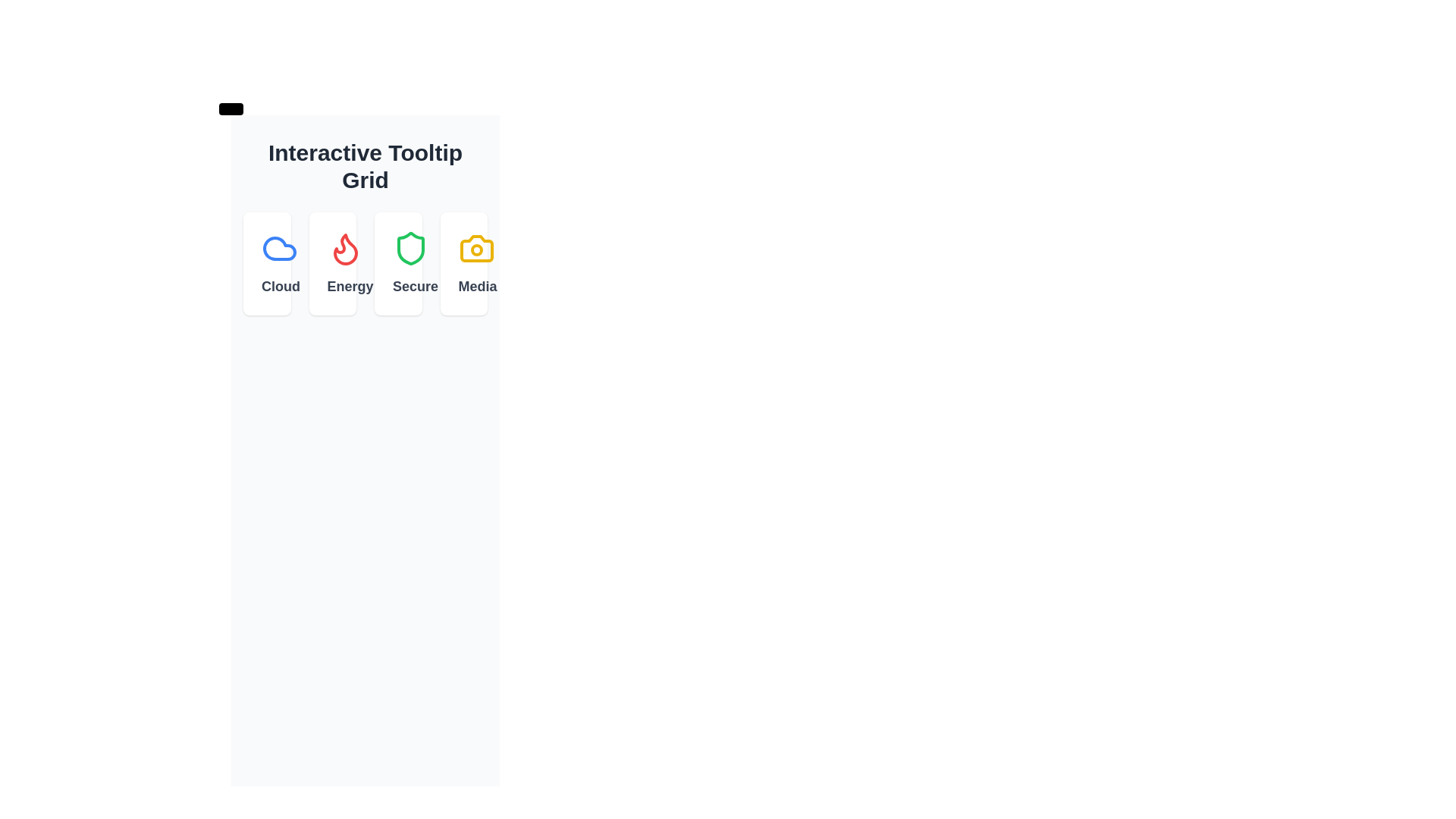 This screenshot has height=819, width=1456. I want to click on keyboard navigation, so click(365, 262).